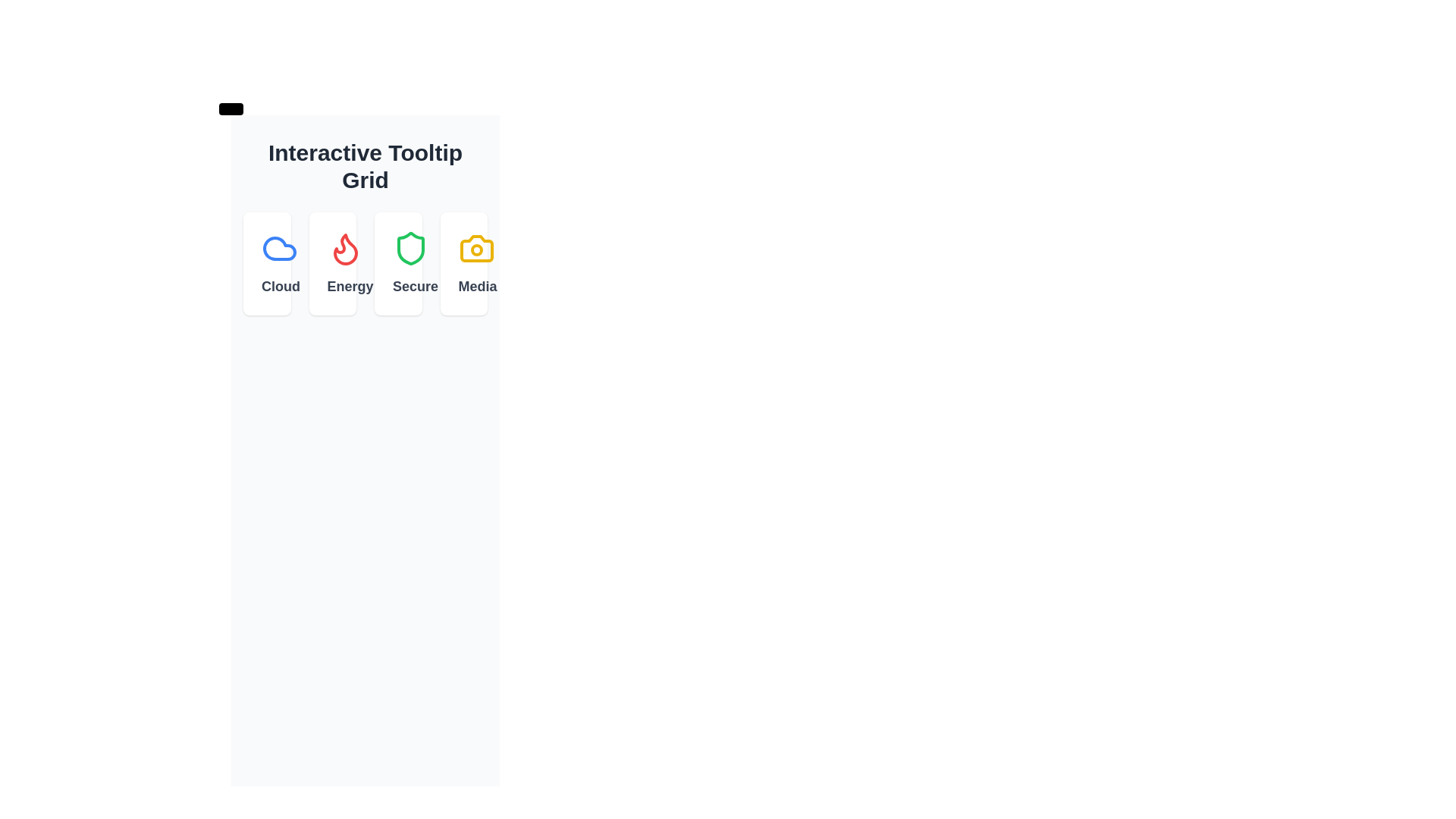 This screenshot has height=819, width=1456. I want to click on keyboard navigation, so click(365, 262).